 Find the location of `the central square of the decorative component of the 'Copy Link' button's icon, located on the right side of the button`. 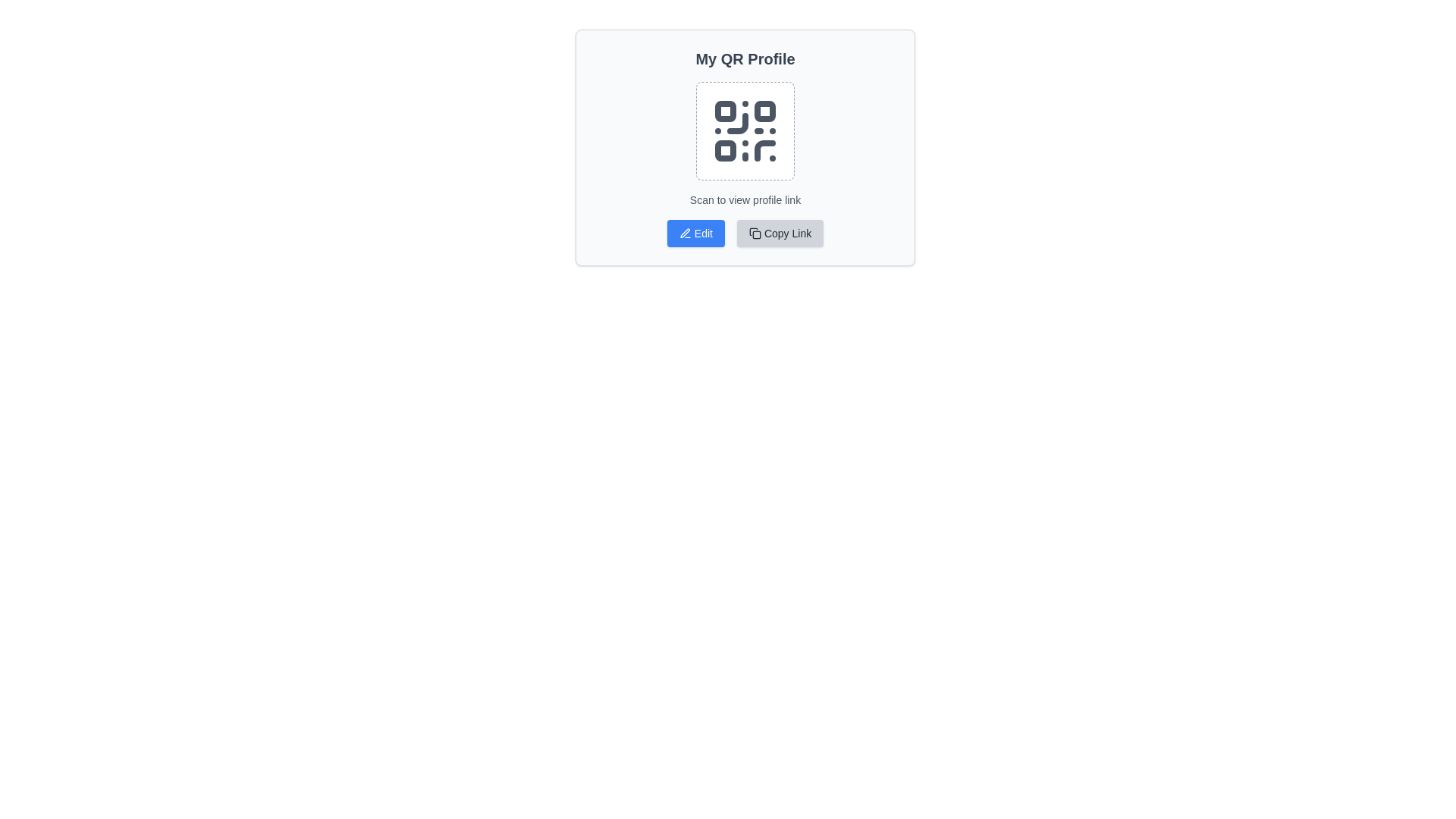

the central square of the decorative component of the 'Copy Link' button's icon, located on the right side of the button is located at coordinates (756, 234).